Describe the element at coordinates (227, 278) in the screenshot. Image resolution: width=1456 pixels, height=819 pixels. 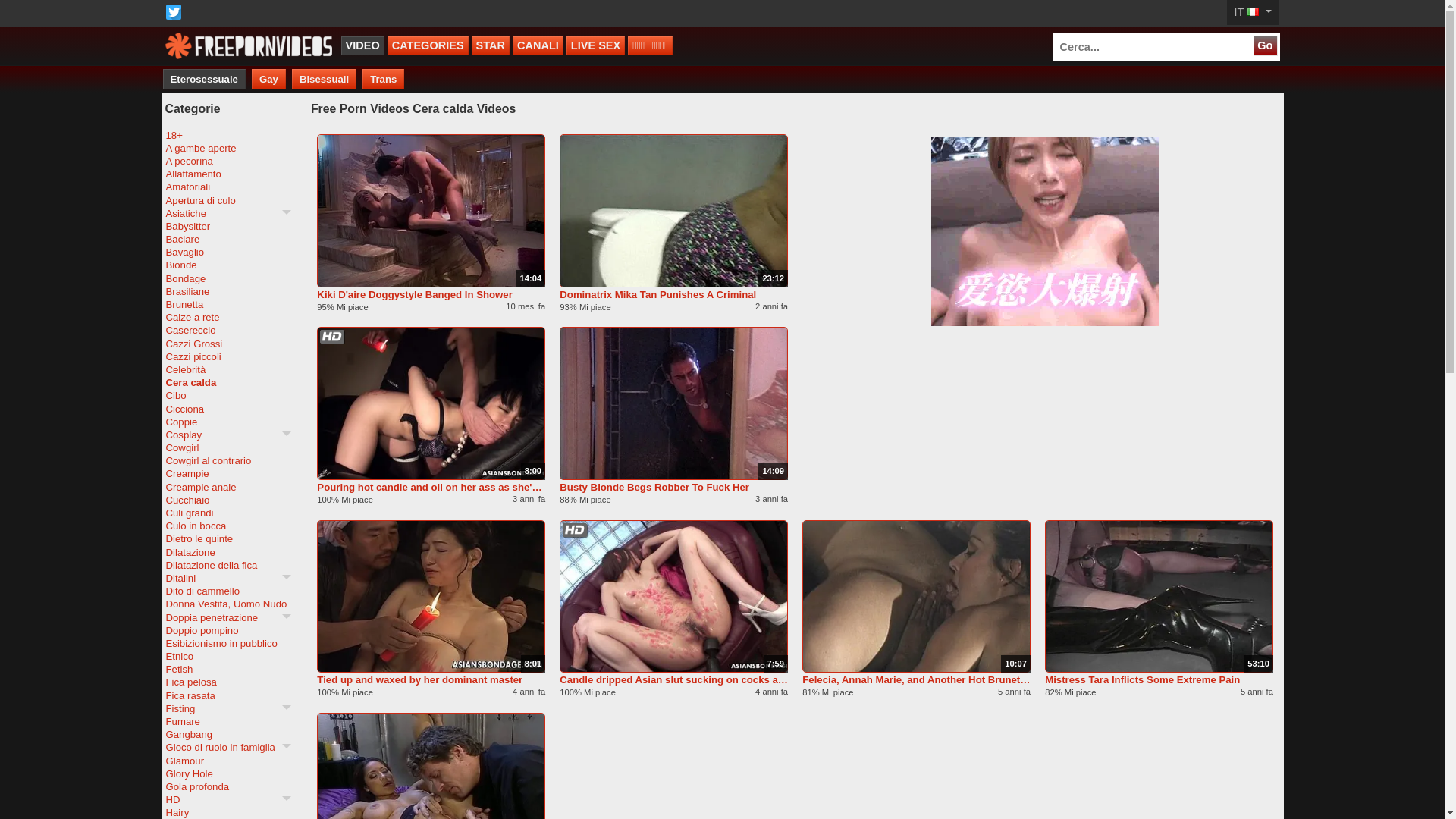
I see `'Bondage'` at that location.